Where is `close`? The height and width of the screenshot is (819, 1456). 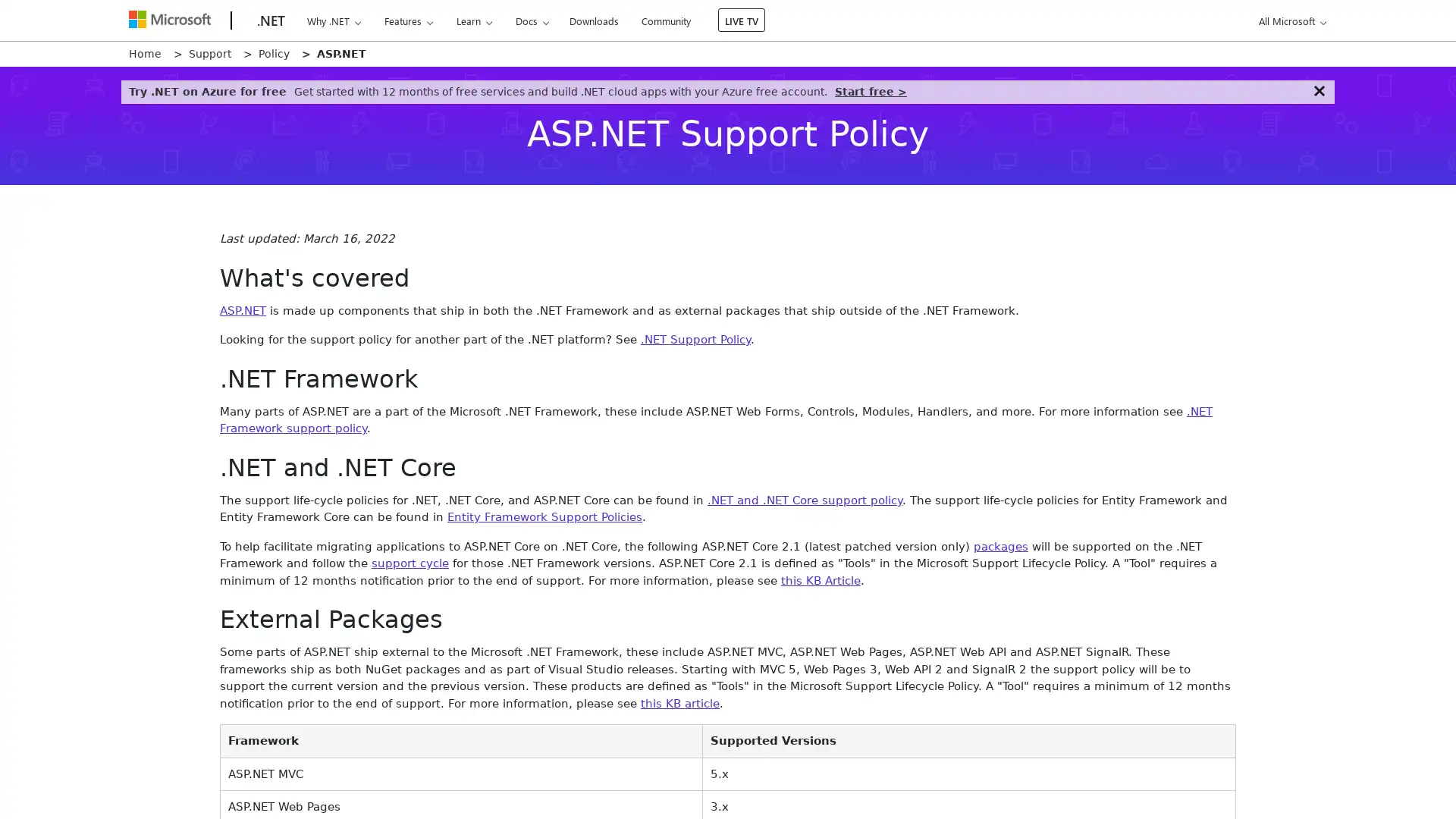
close is located at coordinates (1318, 90).